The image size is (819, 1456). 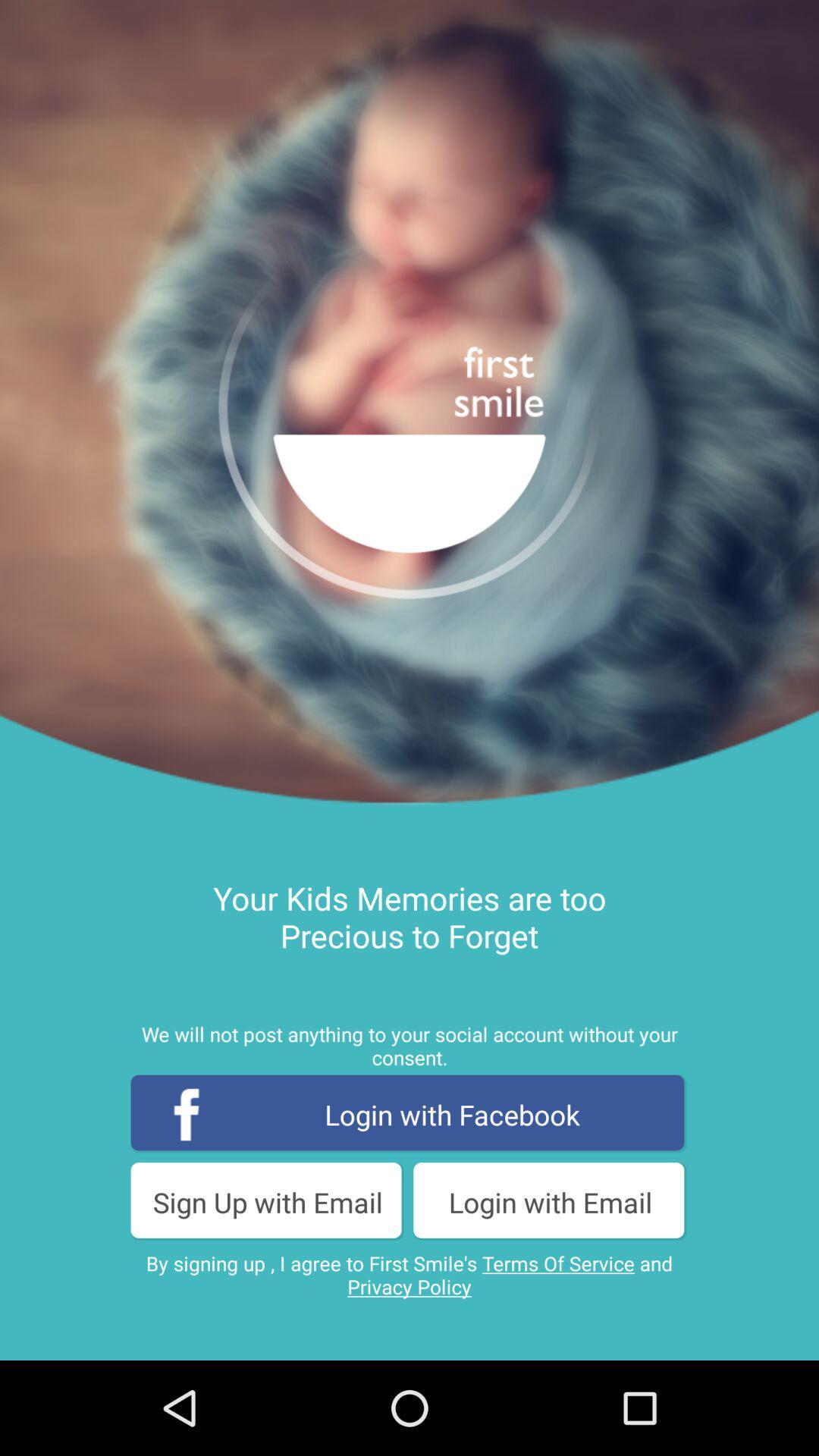 What do you see at coordinates (267, 1201) in the screenshot?
I see `the sign up with item` at bounding box center [267, 1201].